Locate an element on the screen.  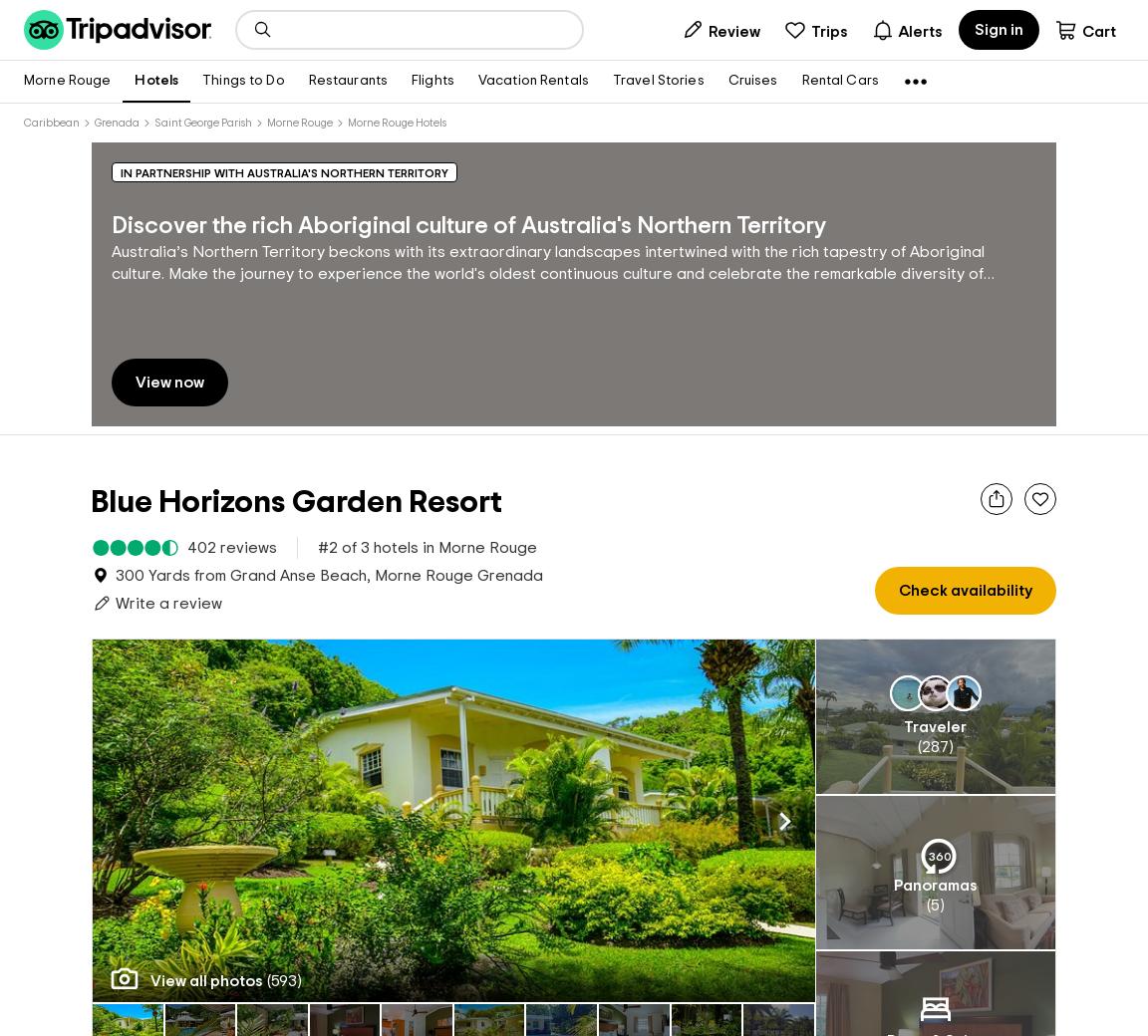
'Cruises' is located at coordinates (752, 80).